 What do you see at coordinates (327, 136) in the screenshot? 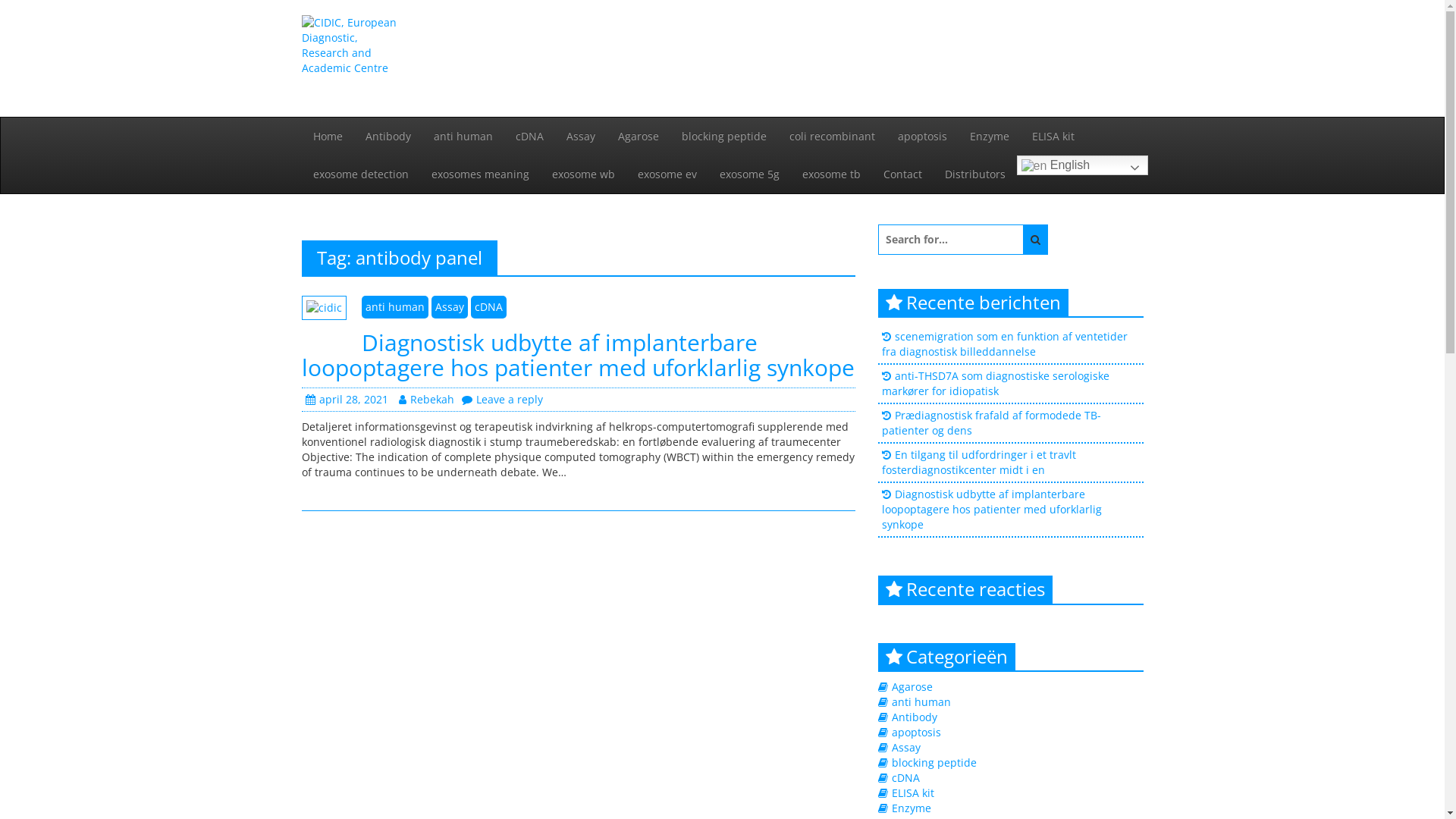
I see `'Home'` at bounding box center [327, 136].